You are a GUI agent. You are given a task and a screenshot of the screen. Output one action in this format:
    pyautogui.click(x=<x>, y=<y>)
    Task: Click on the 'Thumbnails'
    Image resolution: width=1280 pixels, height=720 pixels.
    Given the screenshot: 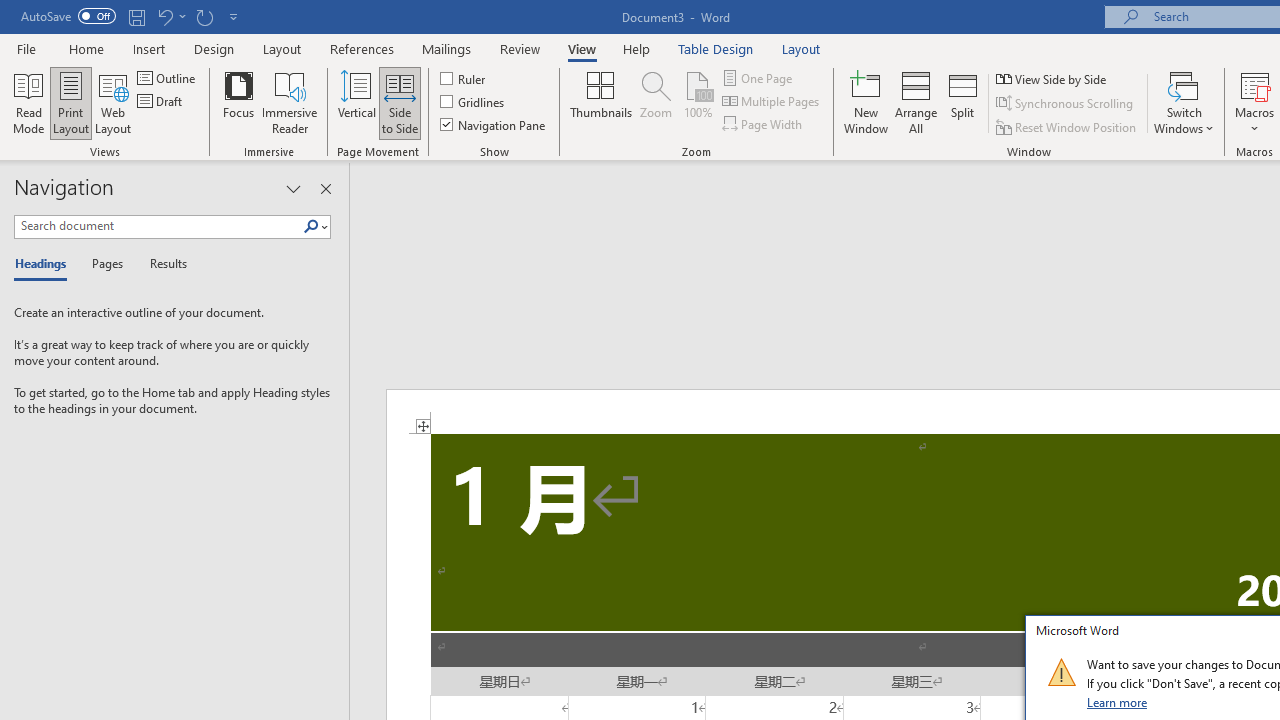 What is the action you would take?
    pyautogui.click(x=600, y=103)
    